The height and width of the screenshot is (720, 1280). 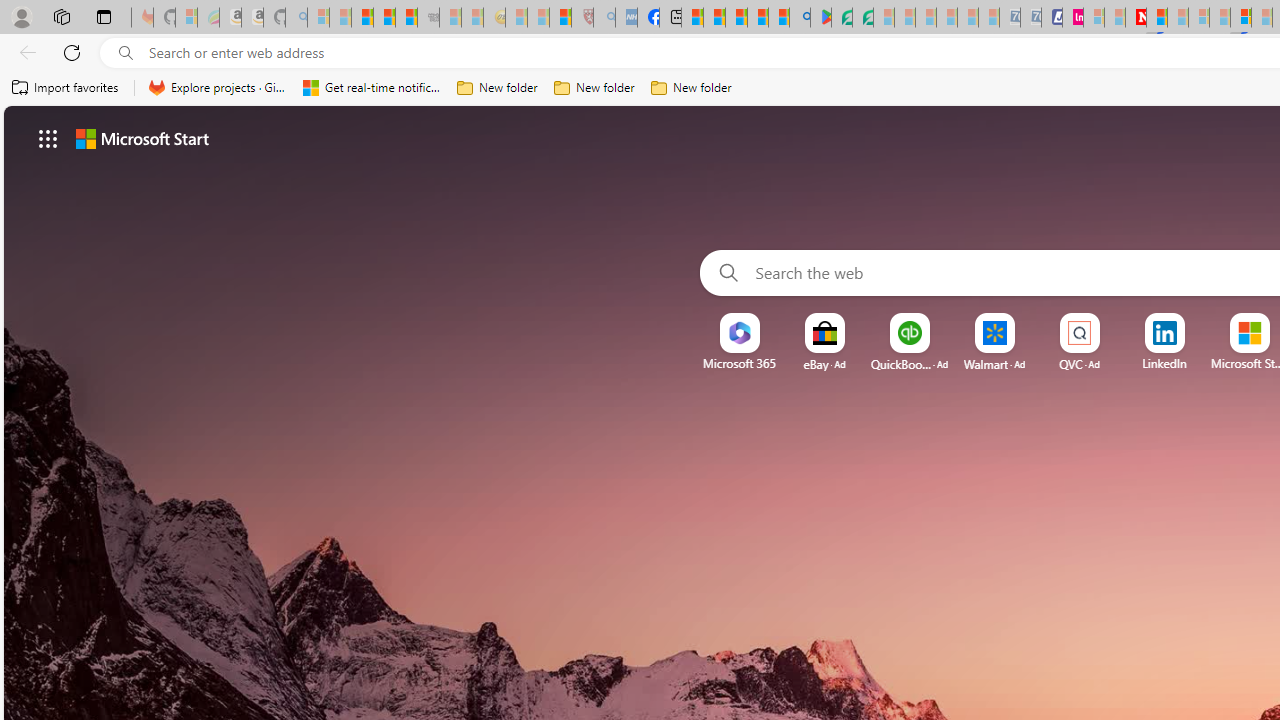 I want to click on 'Terms of Use Agreement', so click(x=842, y=17).